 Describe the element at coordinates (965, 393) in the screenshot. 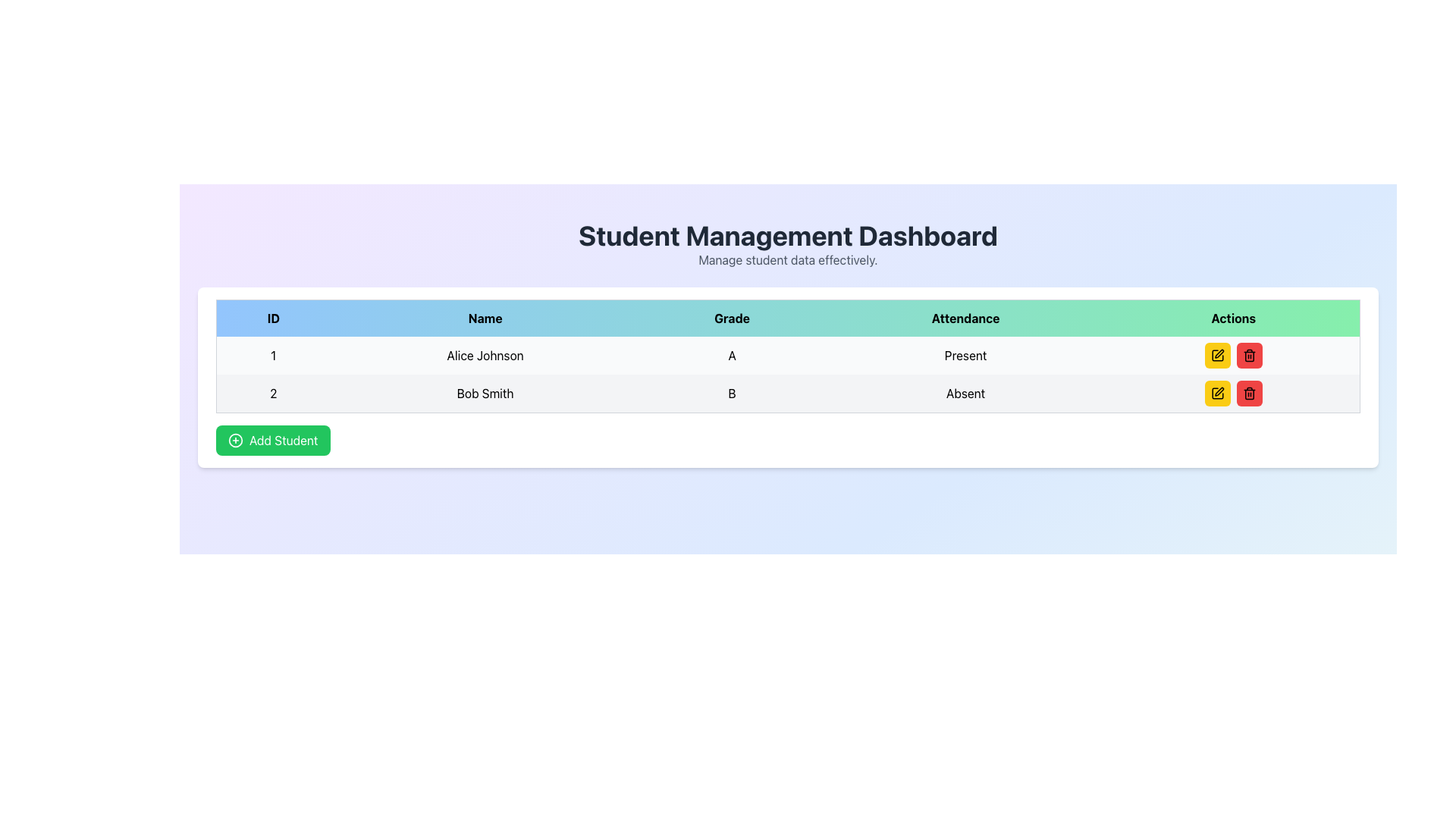

I see `the 'Absent' text label in the Attendance column for student 'Bob Smith' located in the second row of the table` at that location.